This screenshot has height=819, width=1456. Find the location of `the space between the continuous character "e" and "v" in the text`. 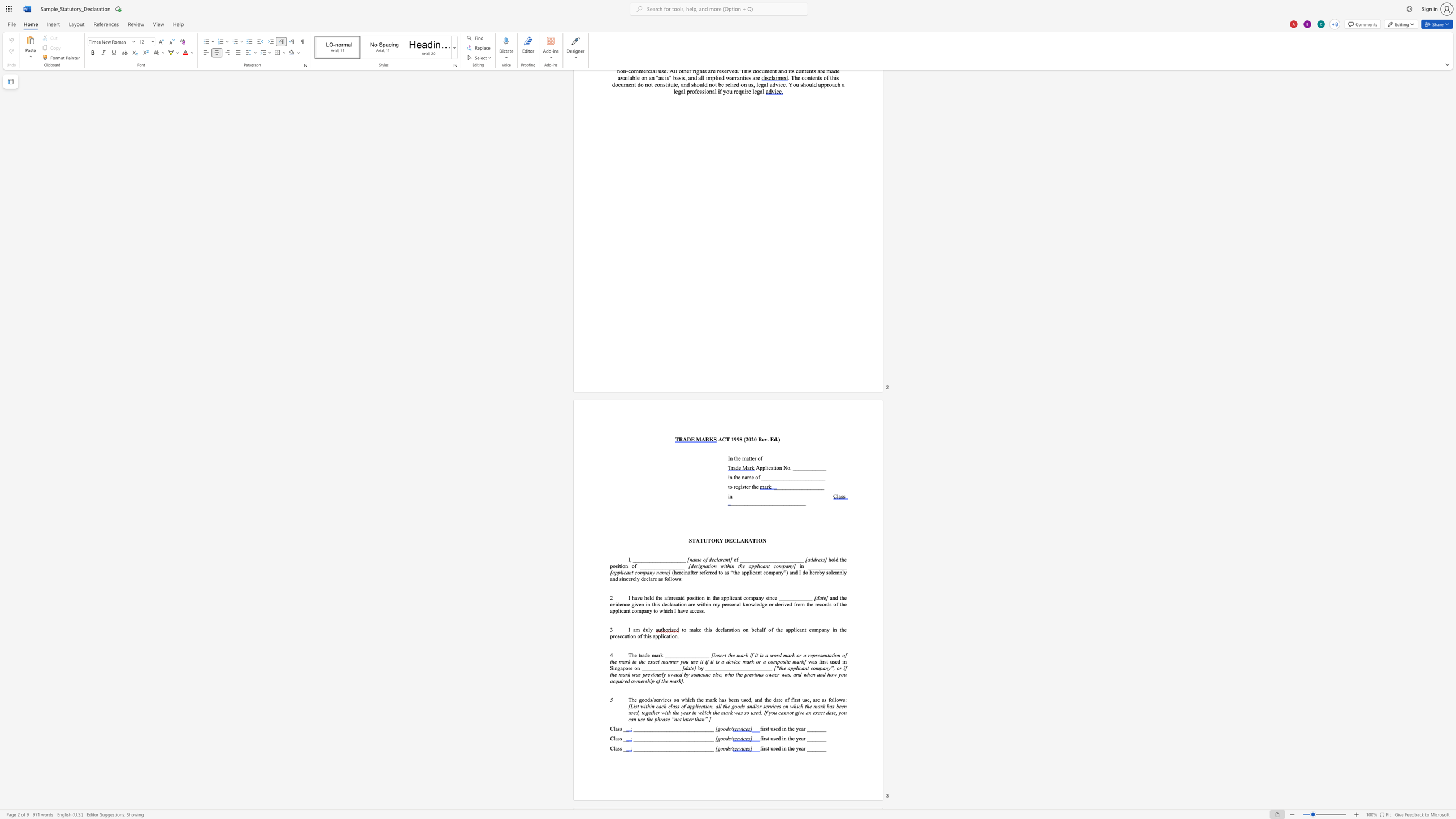

the space between the continuous character "e" and "v" in the text is located at coordinates (764, 439).